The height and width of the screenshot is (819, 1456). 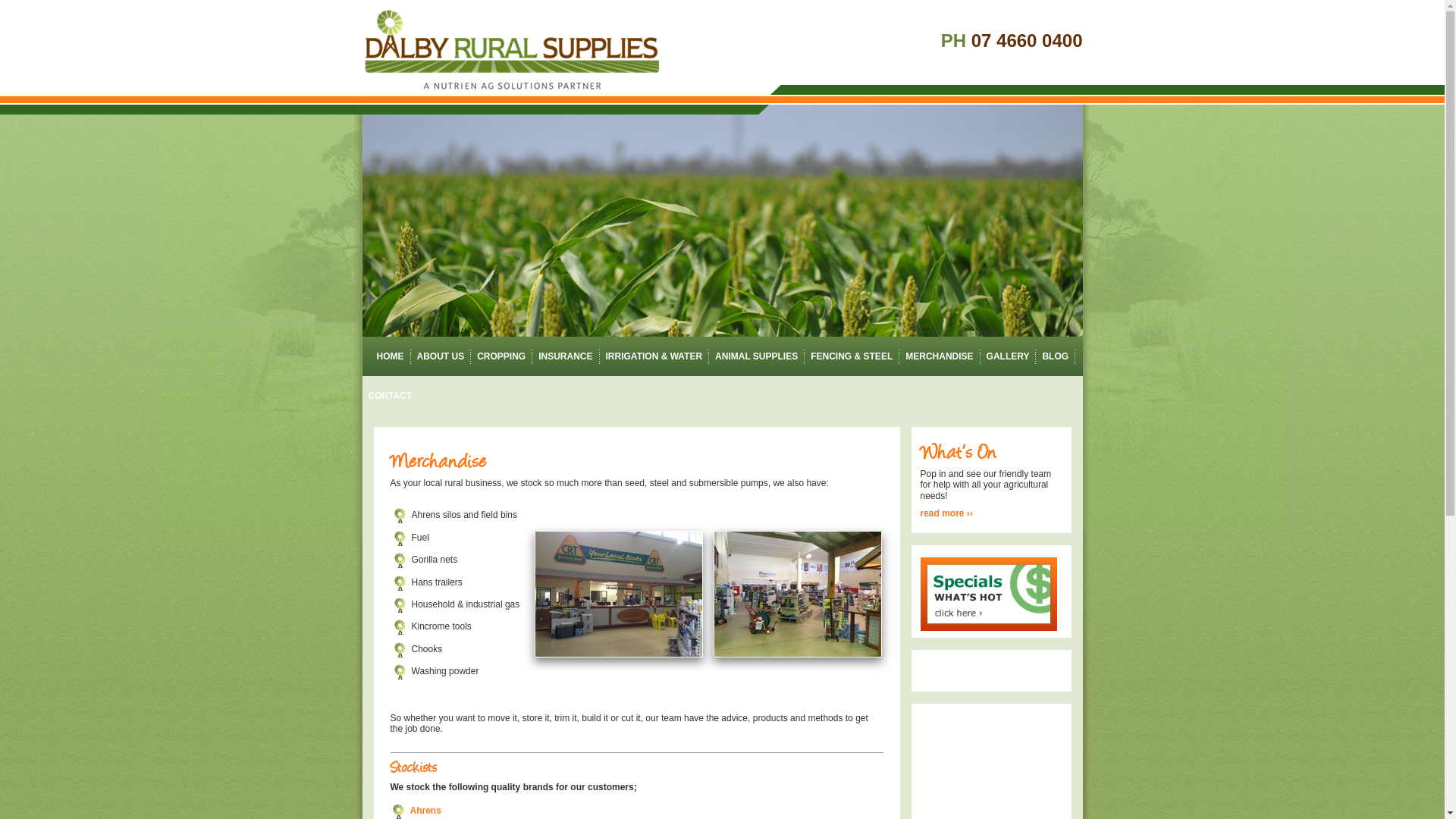 I want to click on 'ANIMAL SUPPLIES', so click(x=756, y=356).